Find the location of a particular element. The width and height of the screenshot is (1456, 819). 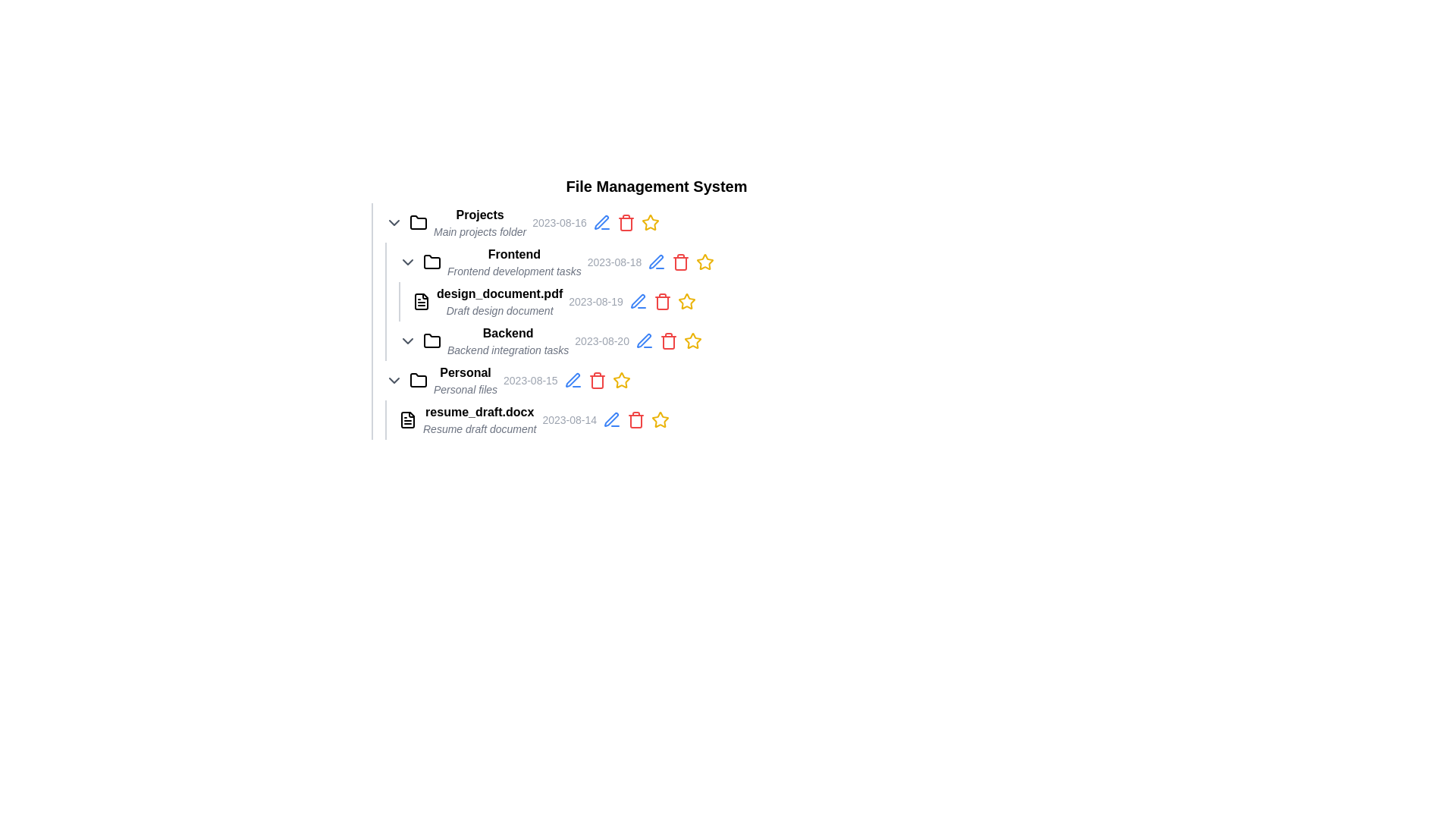

the text label element displaying 'Personal' located under the 'Backend' folder in the file tree is located at coordinates (465, 373).